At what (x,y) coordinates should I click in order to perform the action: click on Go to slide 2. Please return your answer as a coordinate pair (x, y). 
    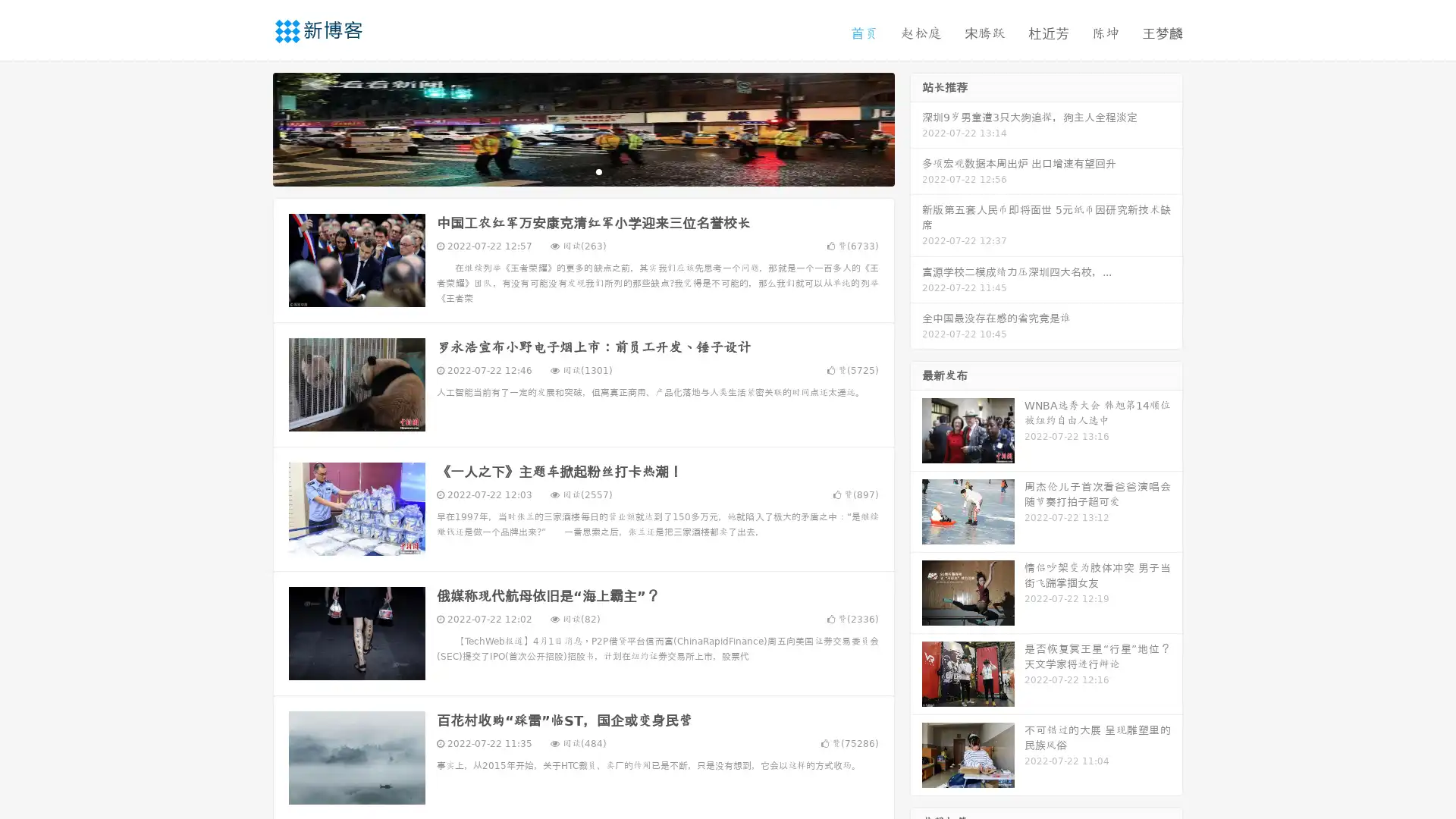
    Looking at the image, I should click on (582, 171).